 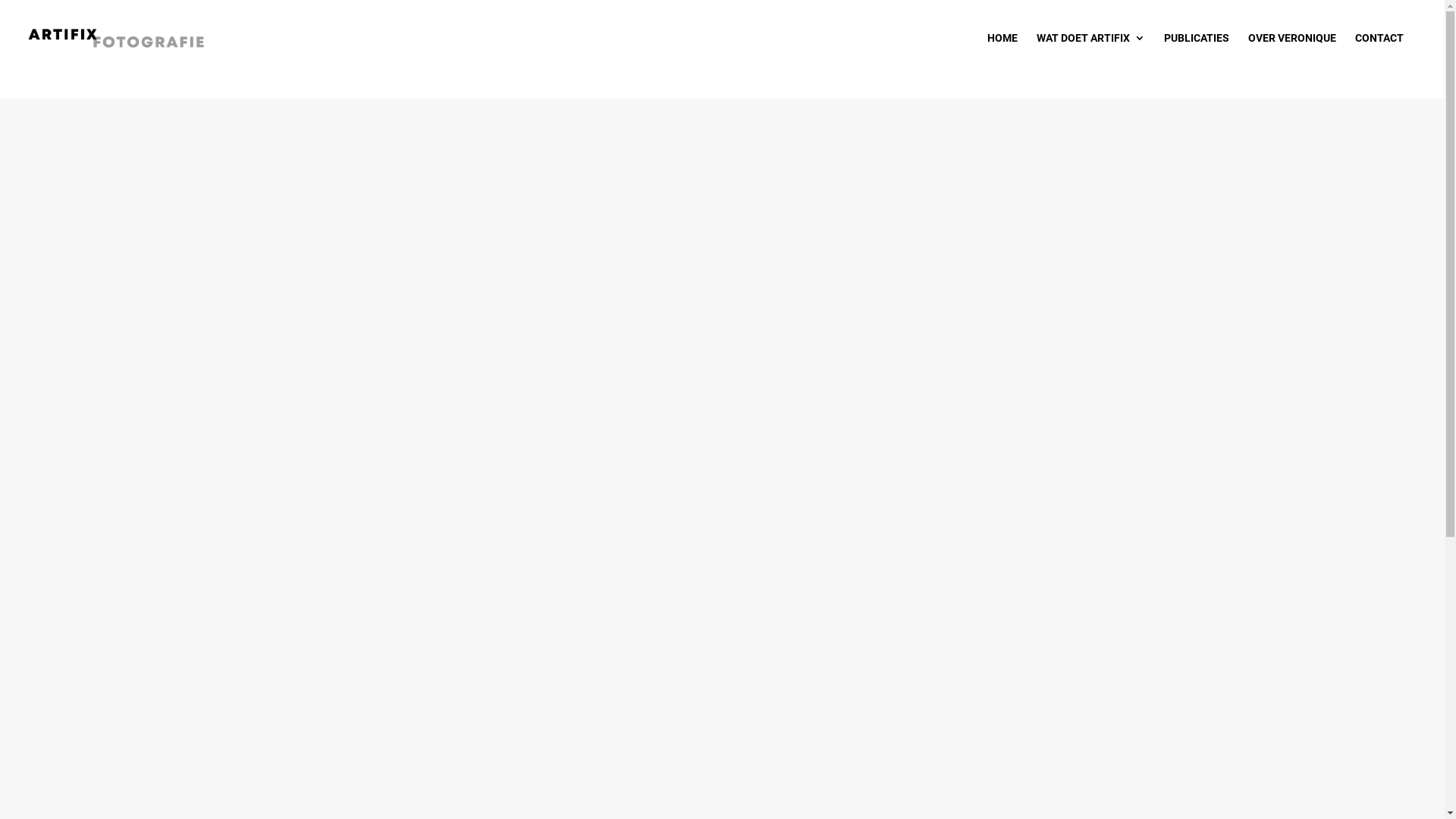 What do you see at coordinates (1002, 49) in the screenshot?
I see `'HOME'` at bounding box center [1002, 49].